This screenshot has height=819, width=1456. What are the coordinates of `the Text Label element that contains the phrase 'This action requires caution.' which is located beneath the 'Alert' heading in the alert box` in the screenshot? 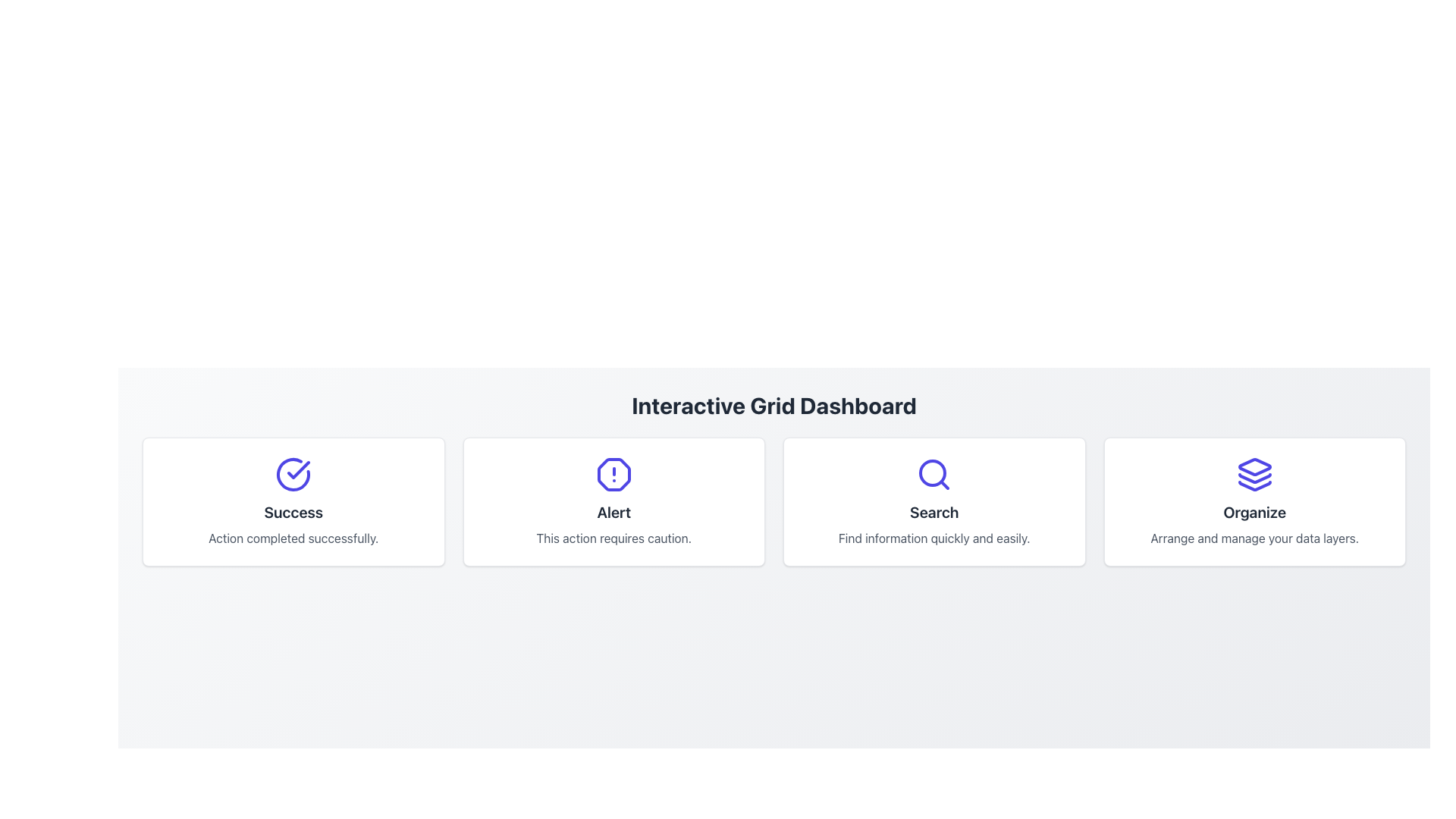 It's located at (613, 537).